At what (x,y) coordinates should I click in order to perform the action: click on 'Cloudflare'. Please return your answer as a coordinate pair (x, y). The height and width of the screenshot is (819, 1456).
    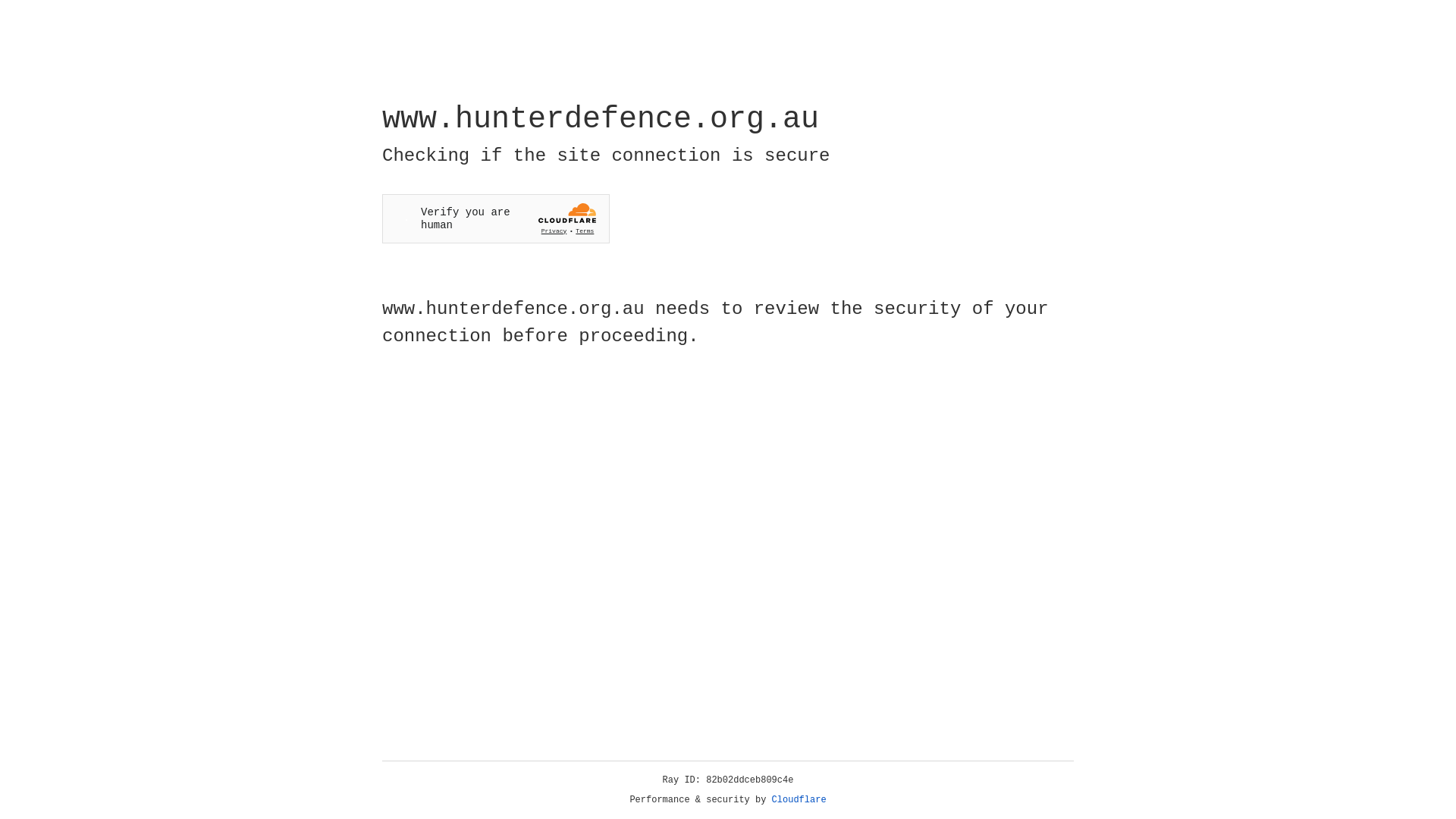
    Looking at the image, I should click on (799, 799).